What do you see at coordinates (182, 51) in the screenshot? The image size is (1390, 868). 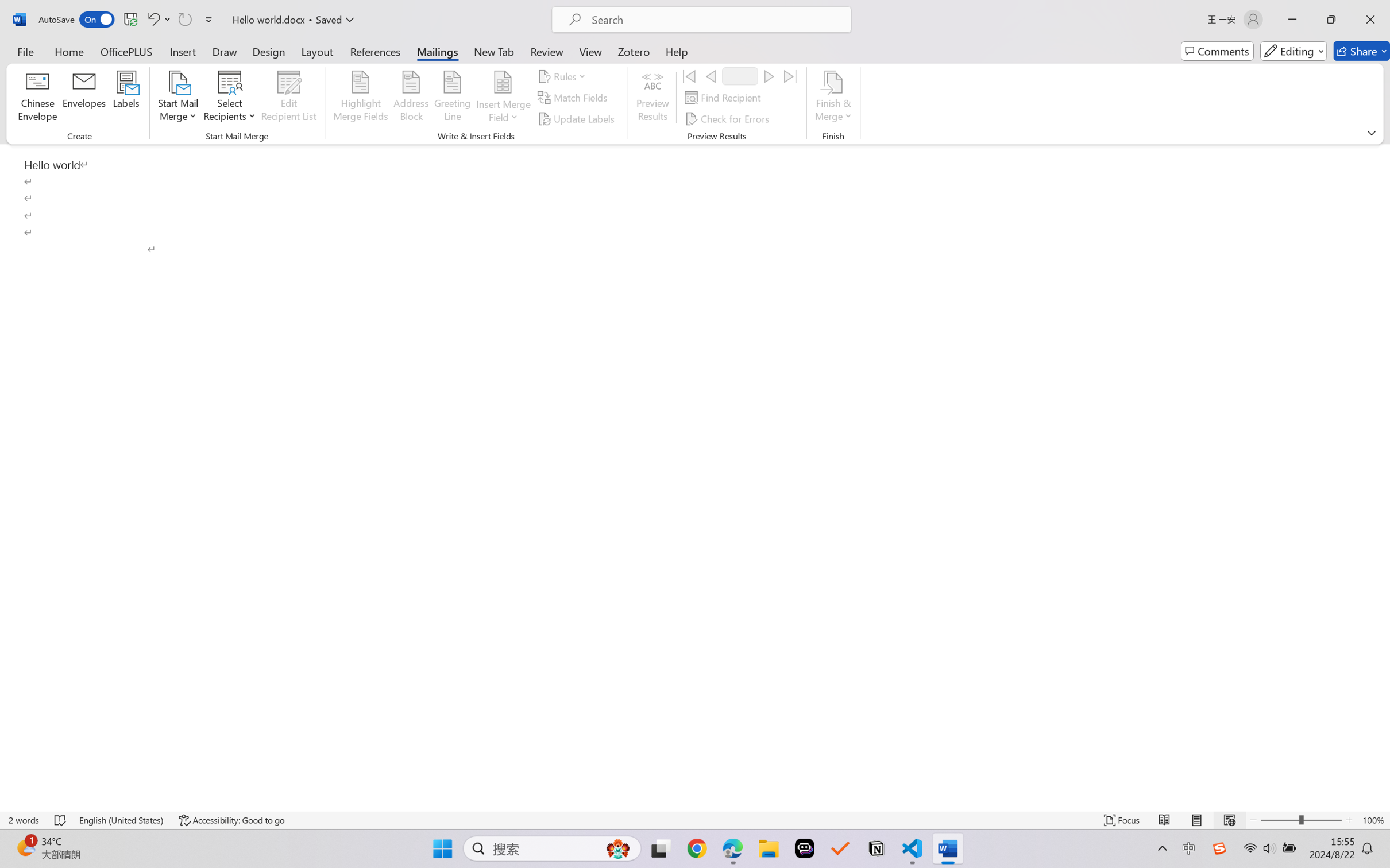 I see `'Insert'` at bounding box center [182, 51].